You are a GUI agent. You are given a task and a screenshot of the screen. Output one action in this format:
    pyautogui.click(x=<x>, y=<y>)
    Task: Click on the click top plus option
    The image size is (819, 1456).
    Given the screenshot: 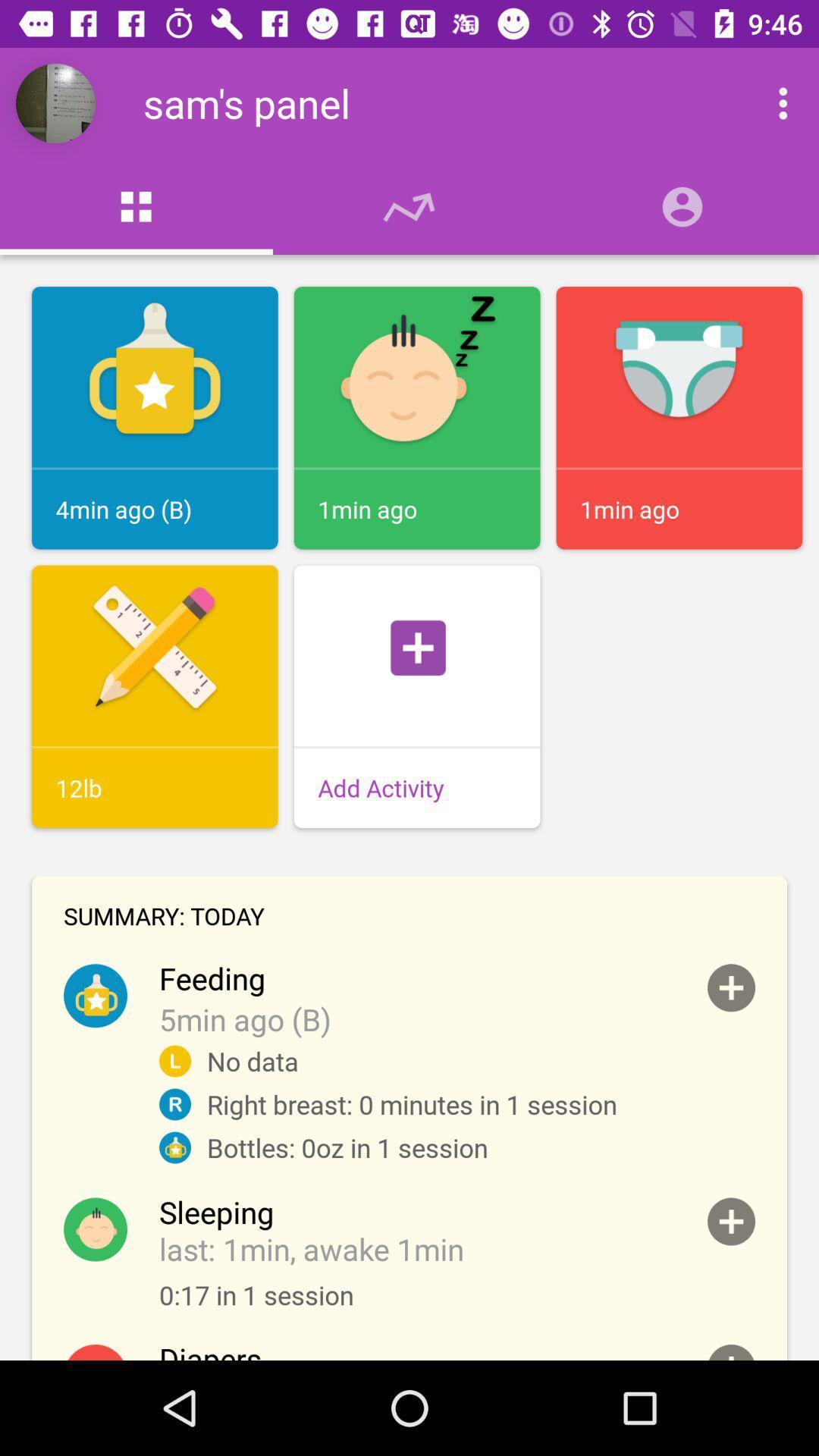 What is the action you would take?
    pyautogui.click(x=730, y=987)
    